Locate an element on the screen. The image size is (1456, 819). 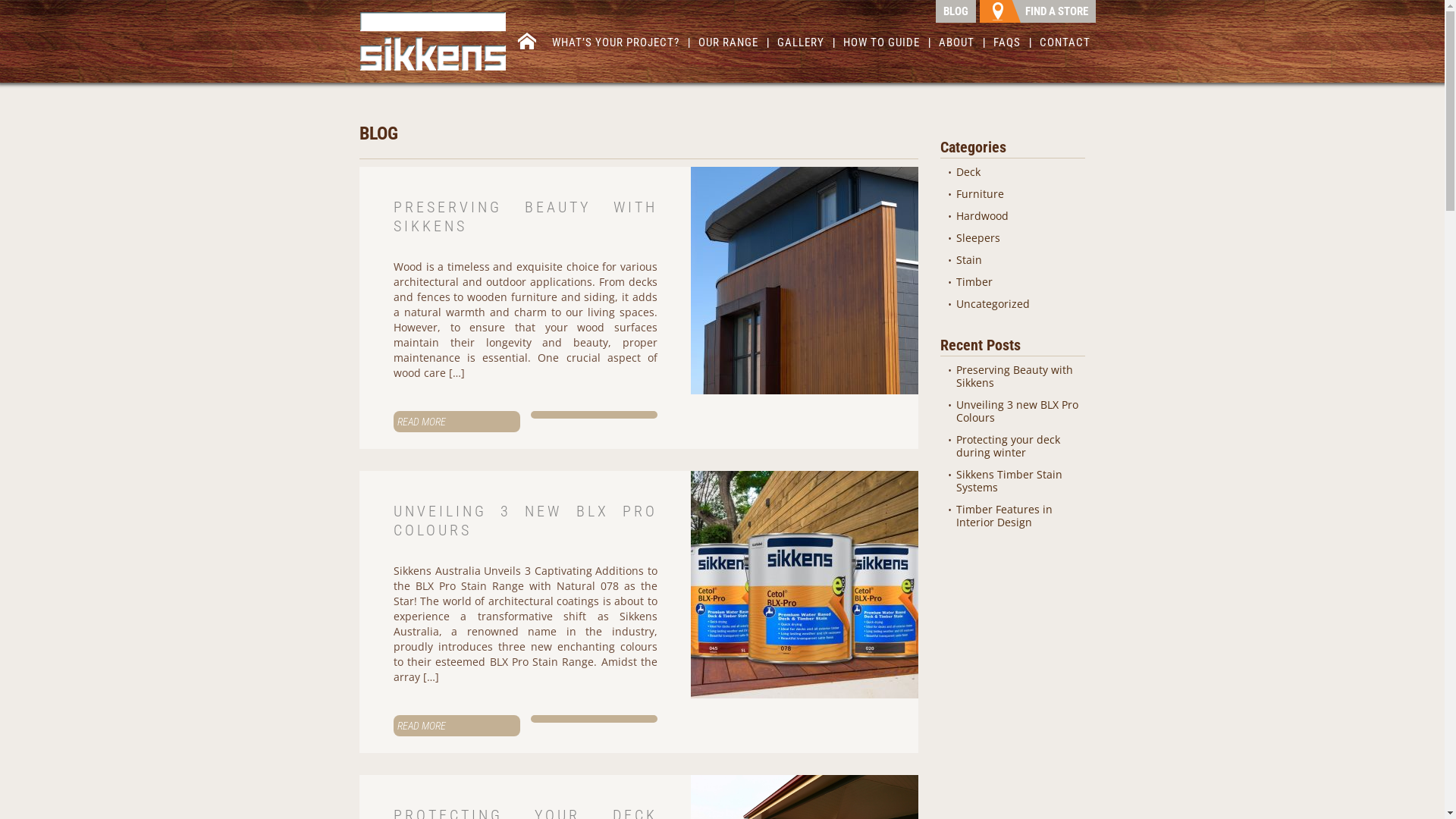
'PRESERVING BEAUTY WITH SIKKENS' is located at coordinates (393, 216).